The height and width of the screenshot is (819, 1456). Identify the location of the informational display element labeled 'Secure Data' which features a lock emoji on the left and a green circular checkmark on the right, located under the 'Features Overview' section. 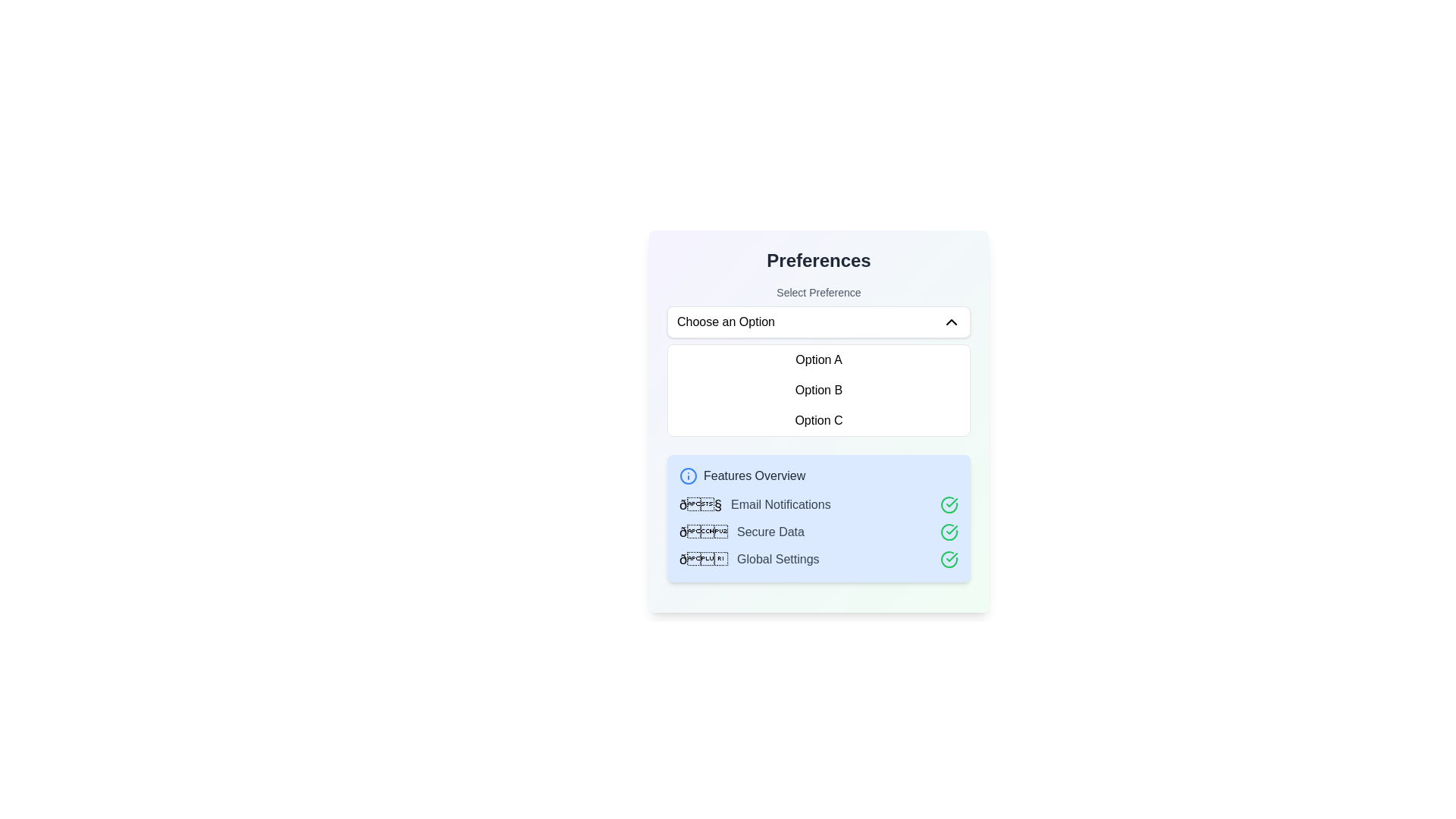
(818, 532).